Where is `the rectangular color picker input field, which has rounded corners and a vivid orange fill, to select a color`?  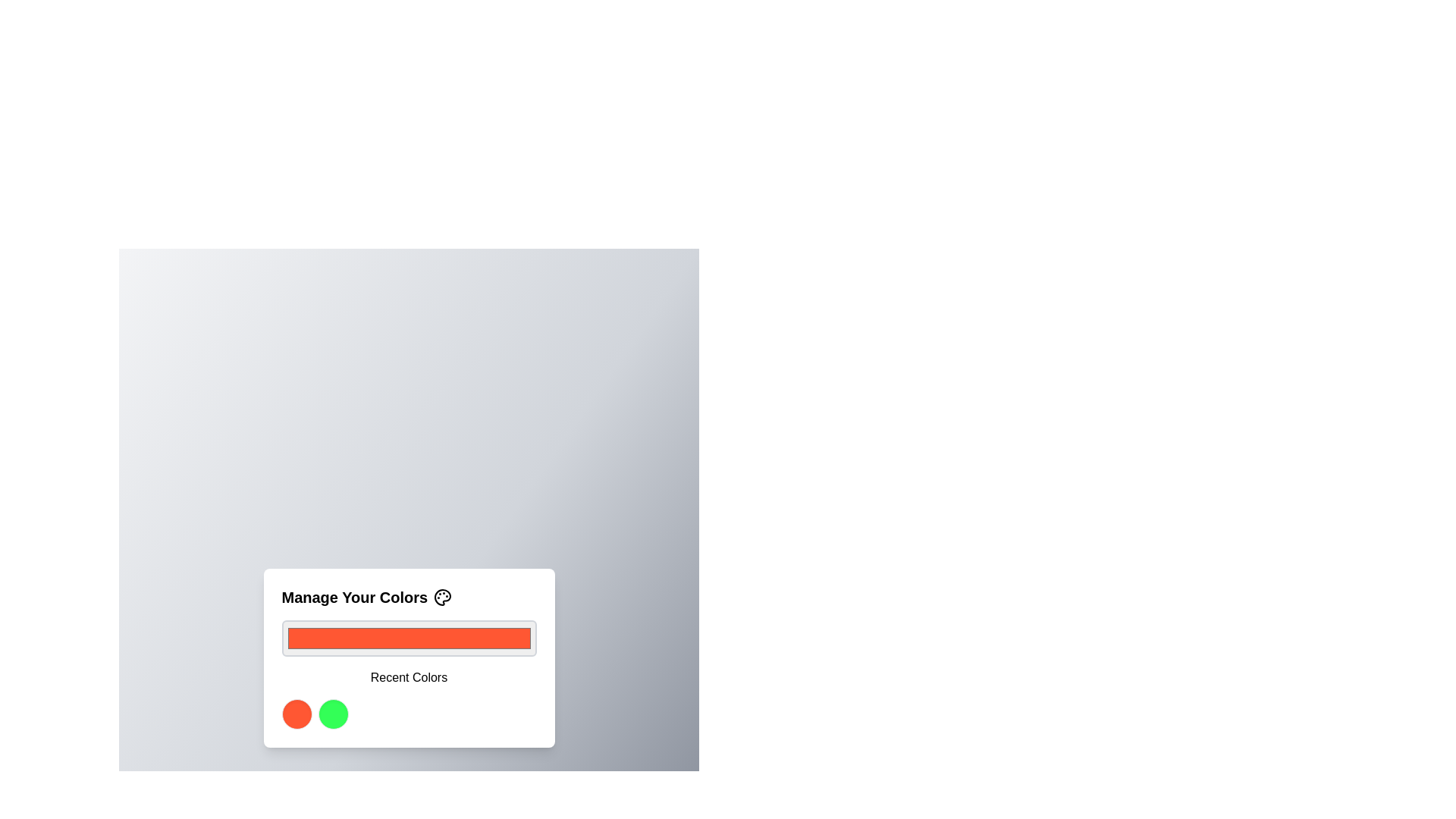
the rectangular color picker input field, which has rounded corners and a vivid orange fill, to select a color is located at coordinates (409, 638).